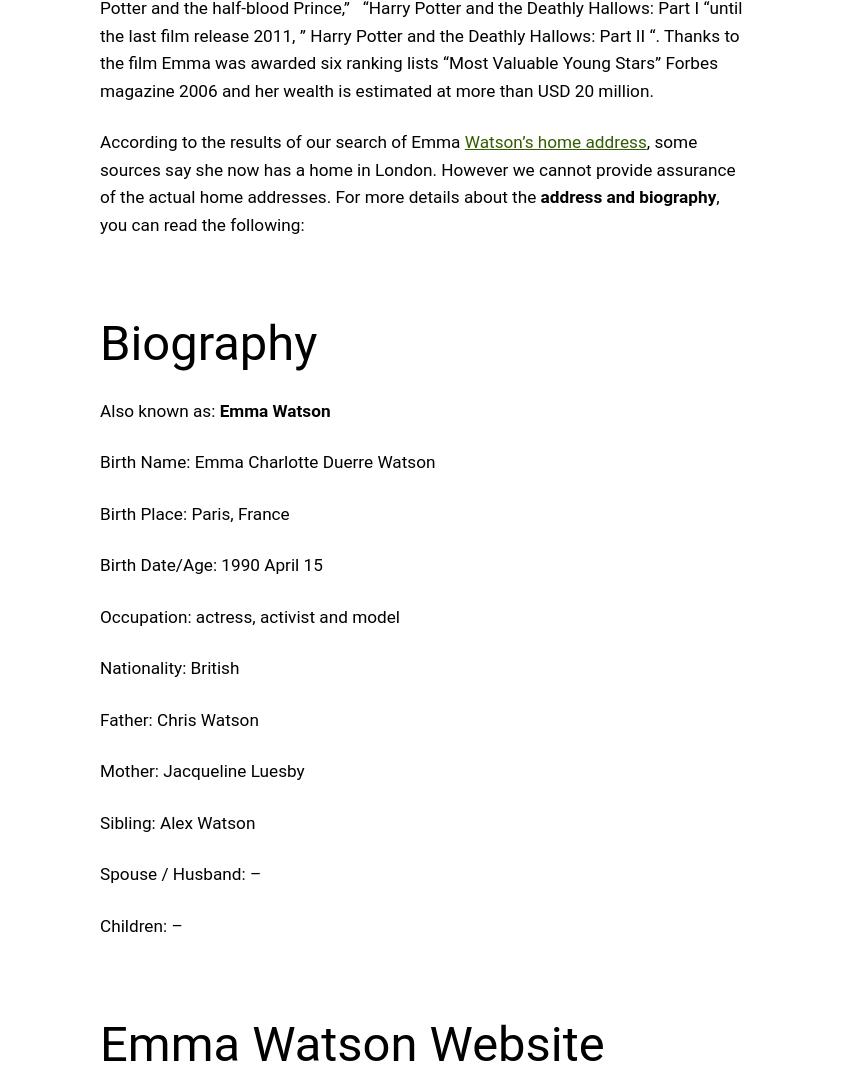  I want to click on 'According to the results of our search of Emma', so click(281, 140).